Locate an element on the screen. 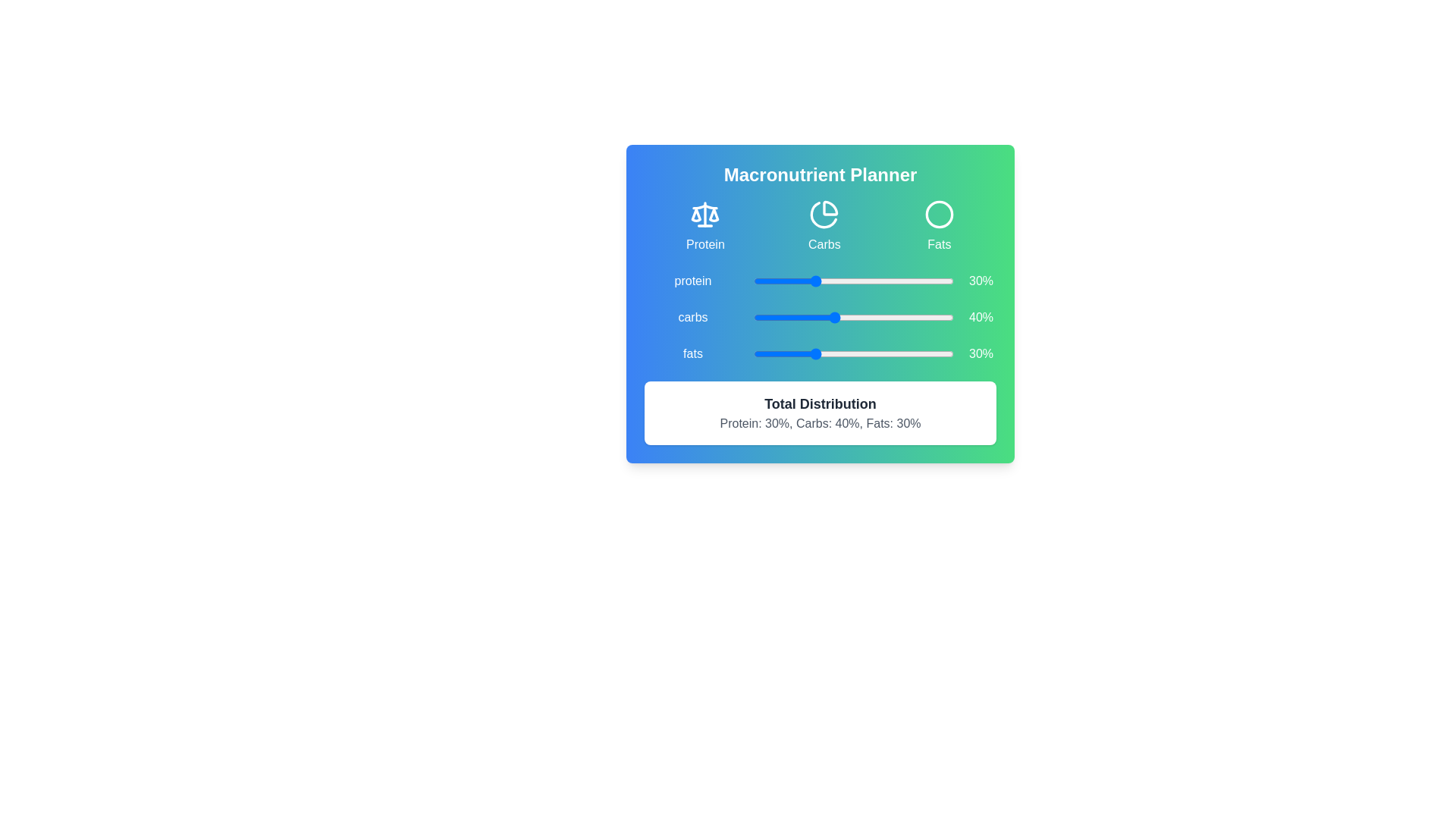 The image size is (1456, 819). the protein percentage is located at coordinates (780, 281).